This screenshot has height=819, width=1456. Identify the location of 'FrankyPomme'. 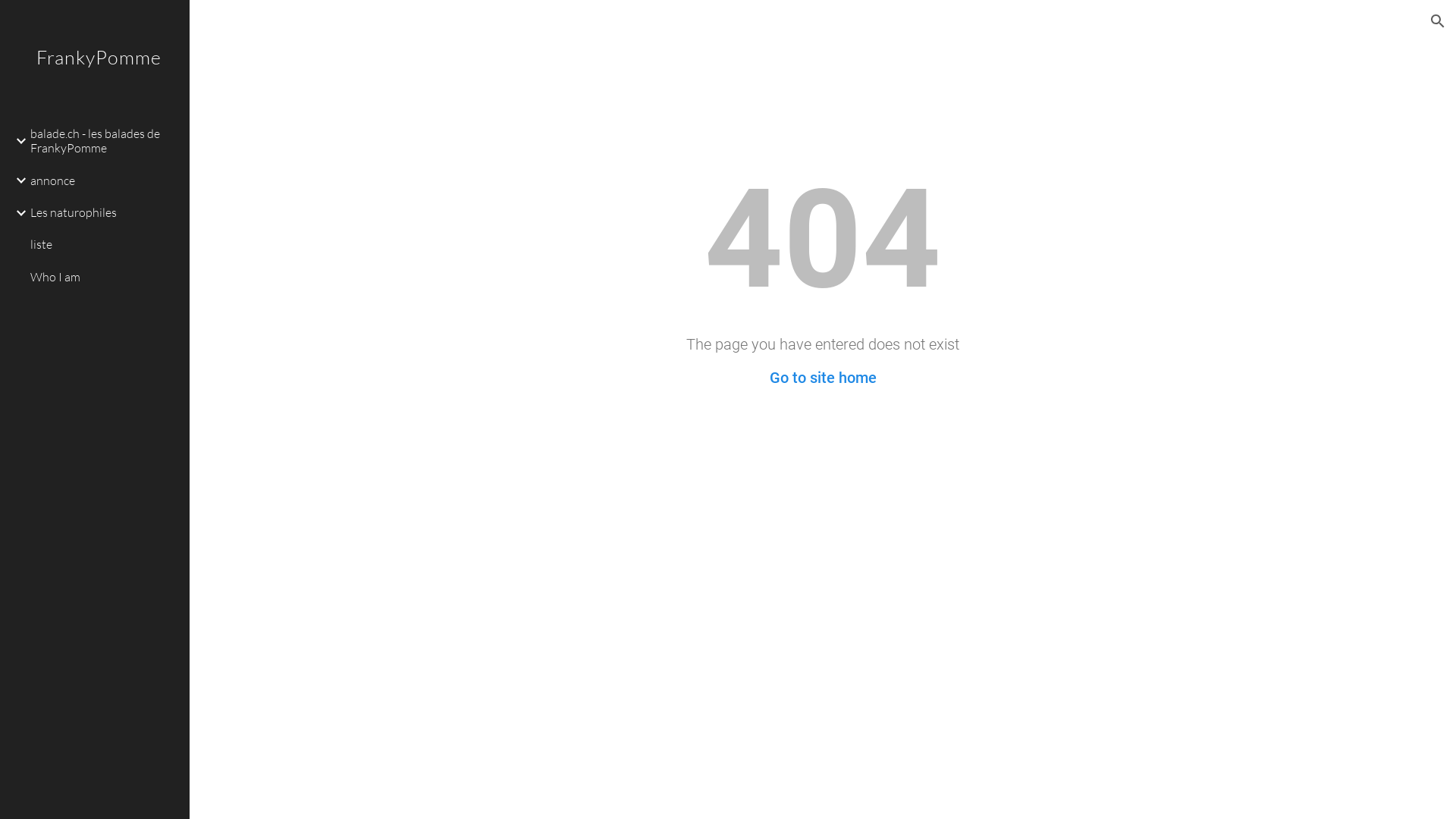
(93, 77).